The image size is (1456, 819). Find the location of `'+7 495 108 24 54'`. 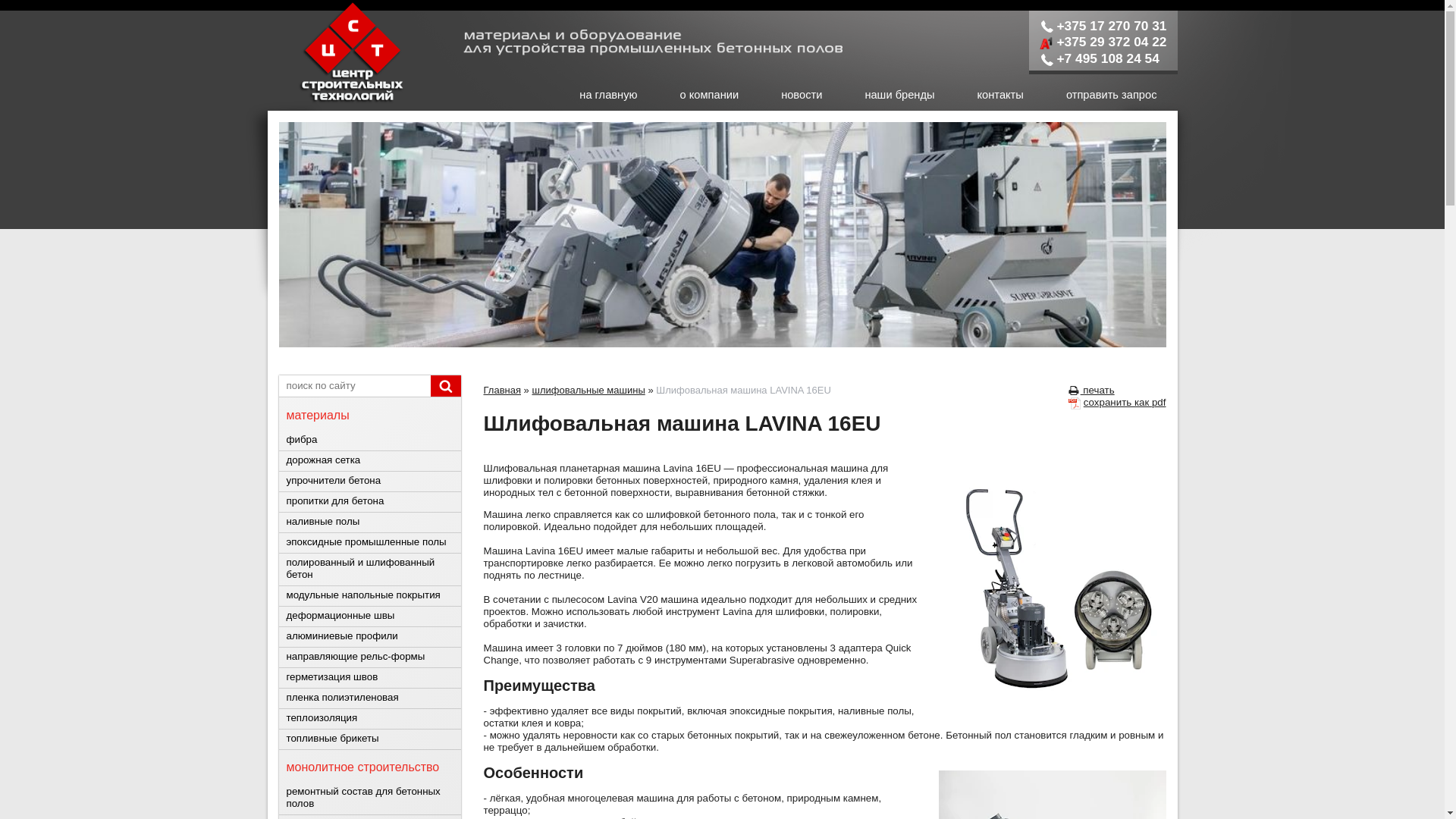

'+7 495 108 24 54' is located at coordinates (1099, 58).